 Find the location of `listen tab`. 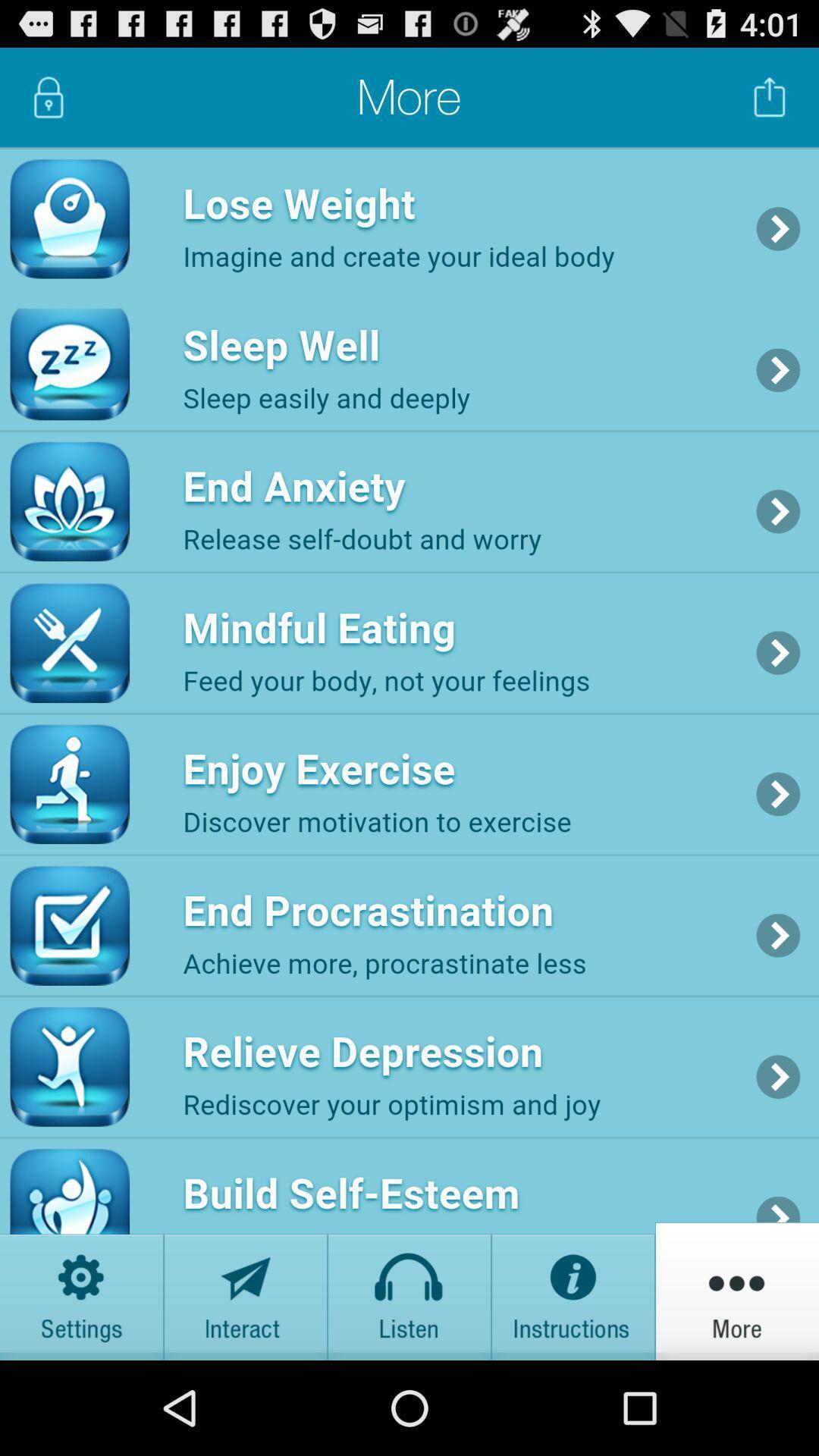

listen tab is located at coordinates (409, 1290).